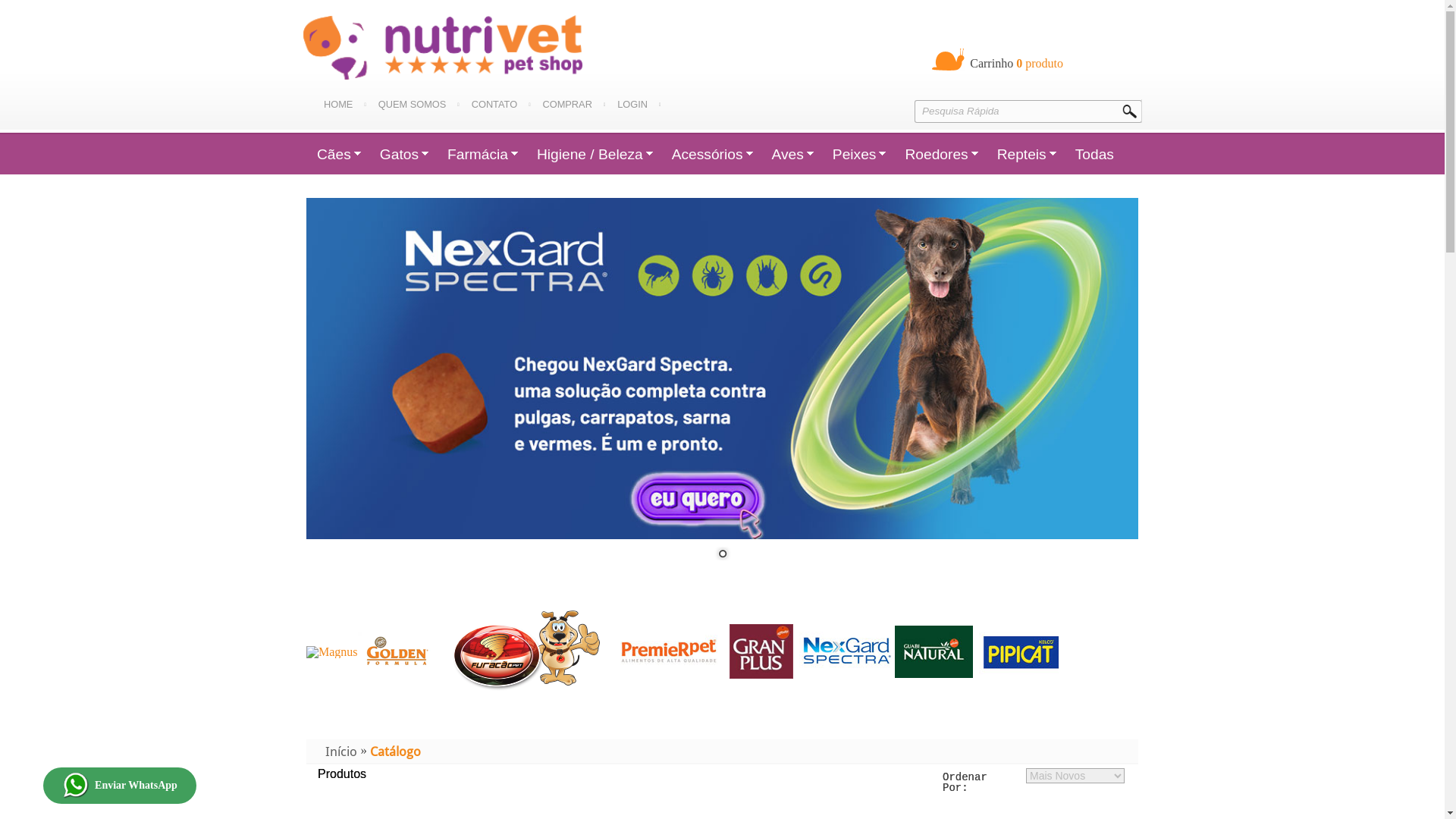 The image size is (1456, 819). Describe the element at coordinates (501, 103) in the screenshot. I see `'CONTATO'` at that location.